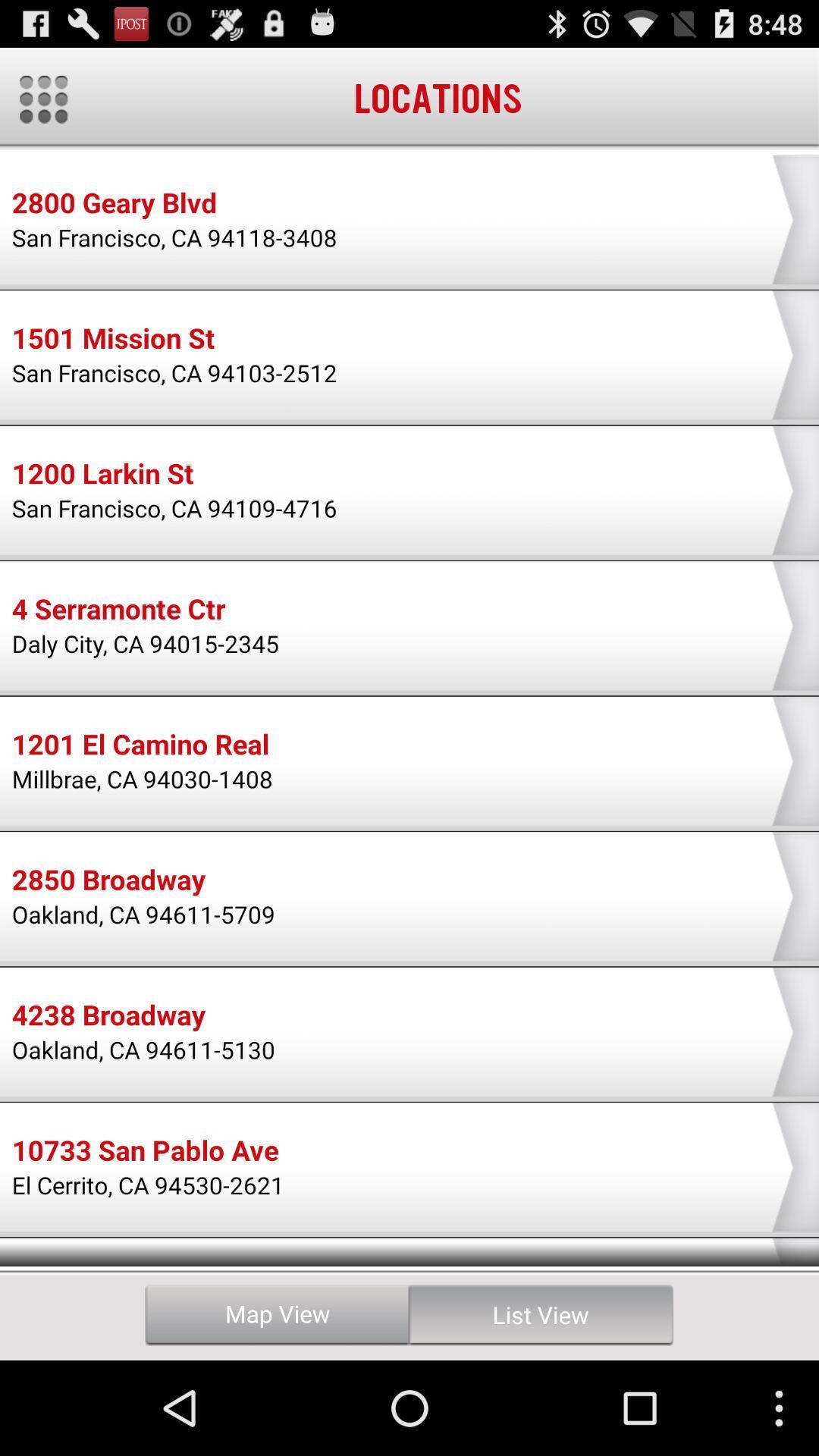 The image size is (819, 1456). I want to click on the millbrae ca 94030 item, so click(142, 779).